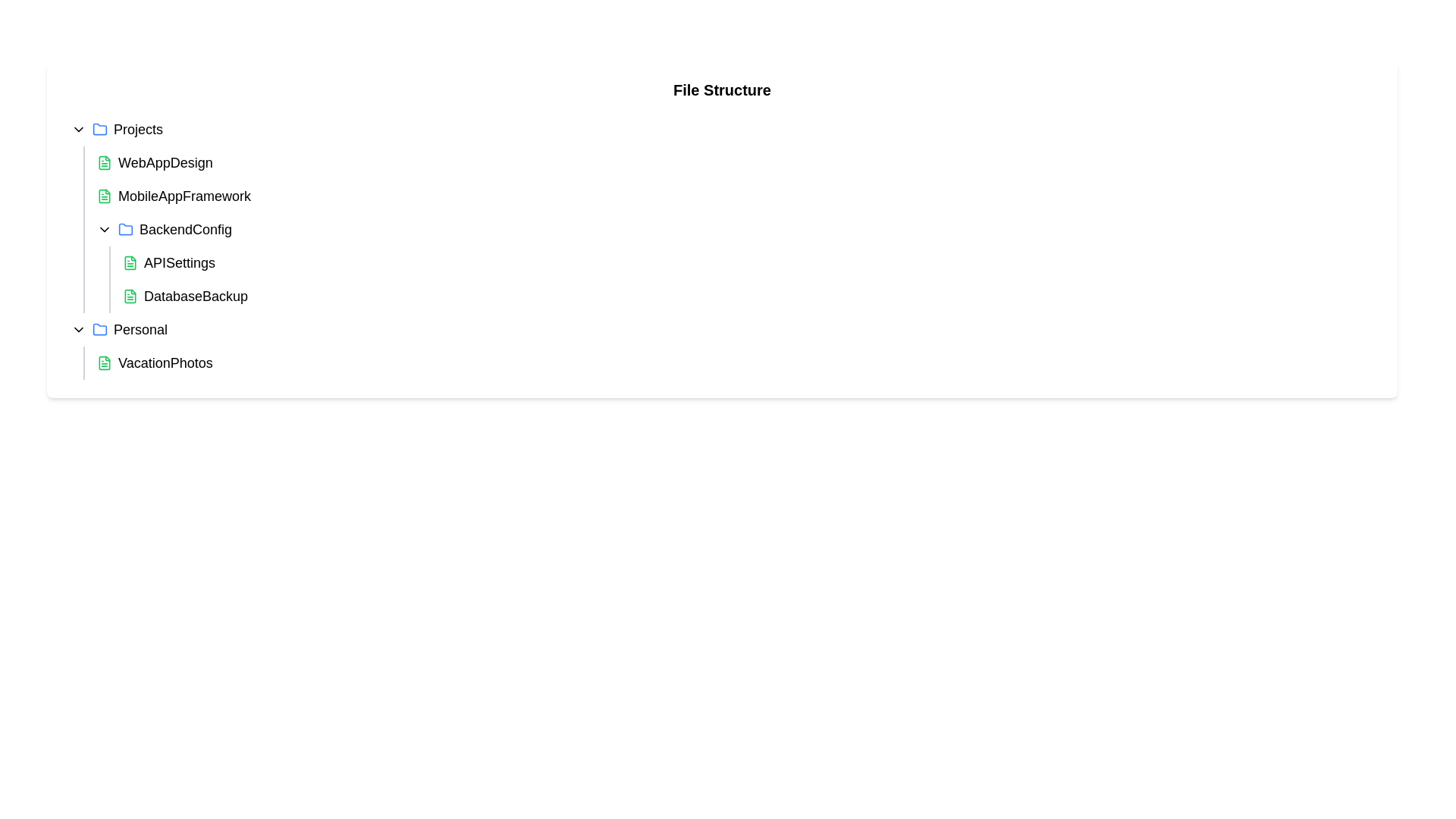  I want to click on the downward-facing chevron icon, so click(104, 230).